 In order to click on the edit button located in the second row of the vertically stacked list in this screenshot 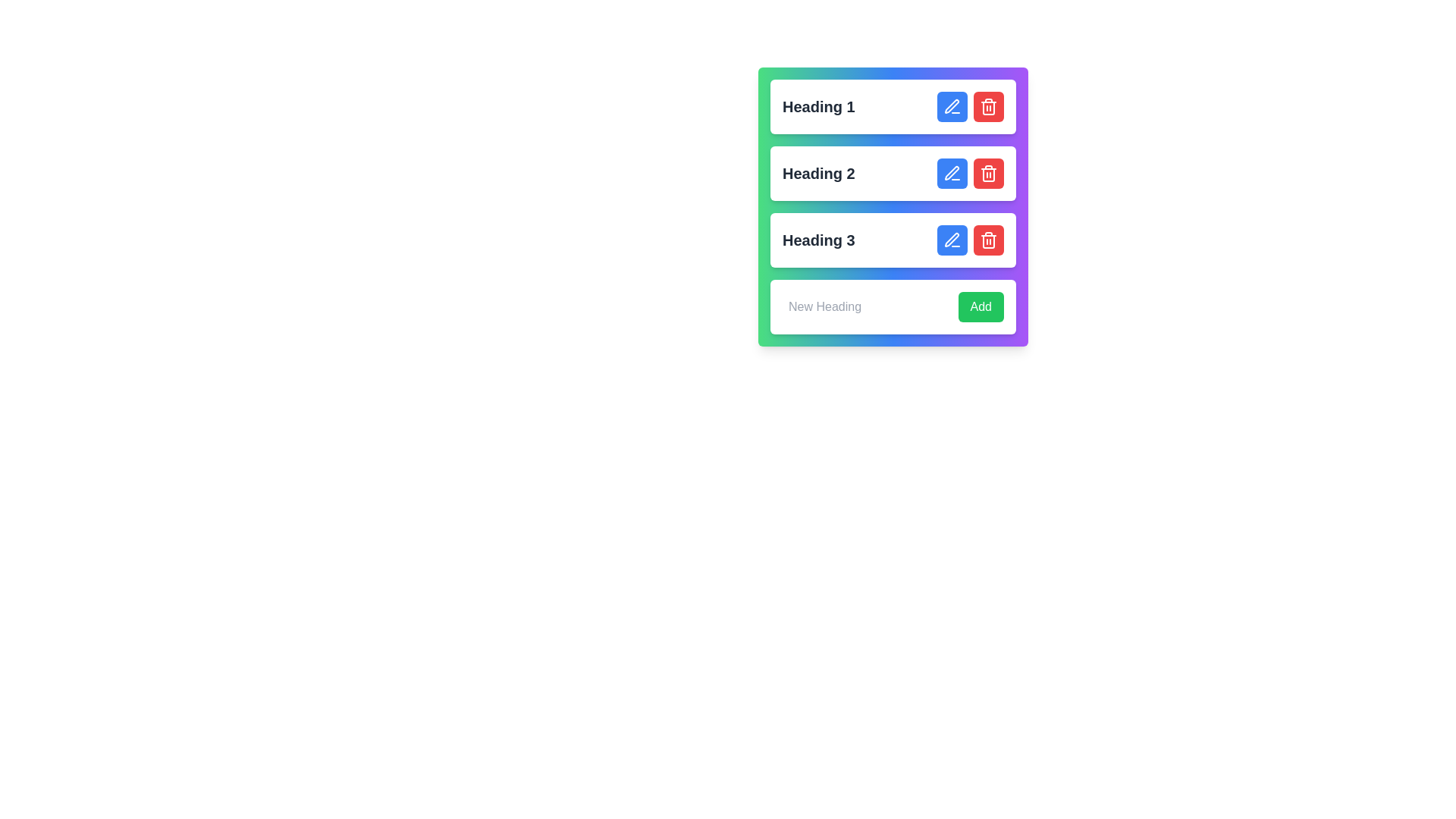, I will do `click(952, 172)`.